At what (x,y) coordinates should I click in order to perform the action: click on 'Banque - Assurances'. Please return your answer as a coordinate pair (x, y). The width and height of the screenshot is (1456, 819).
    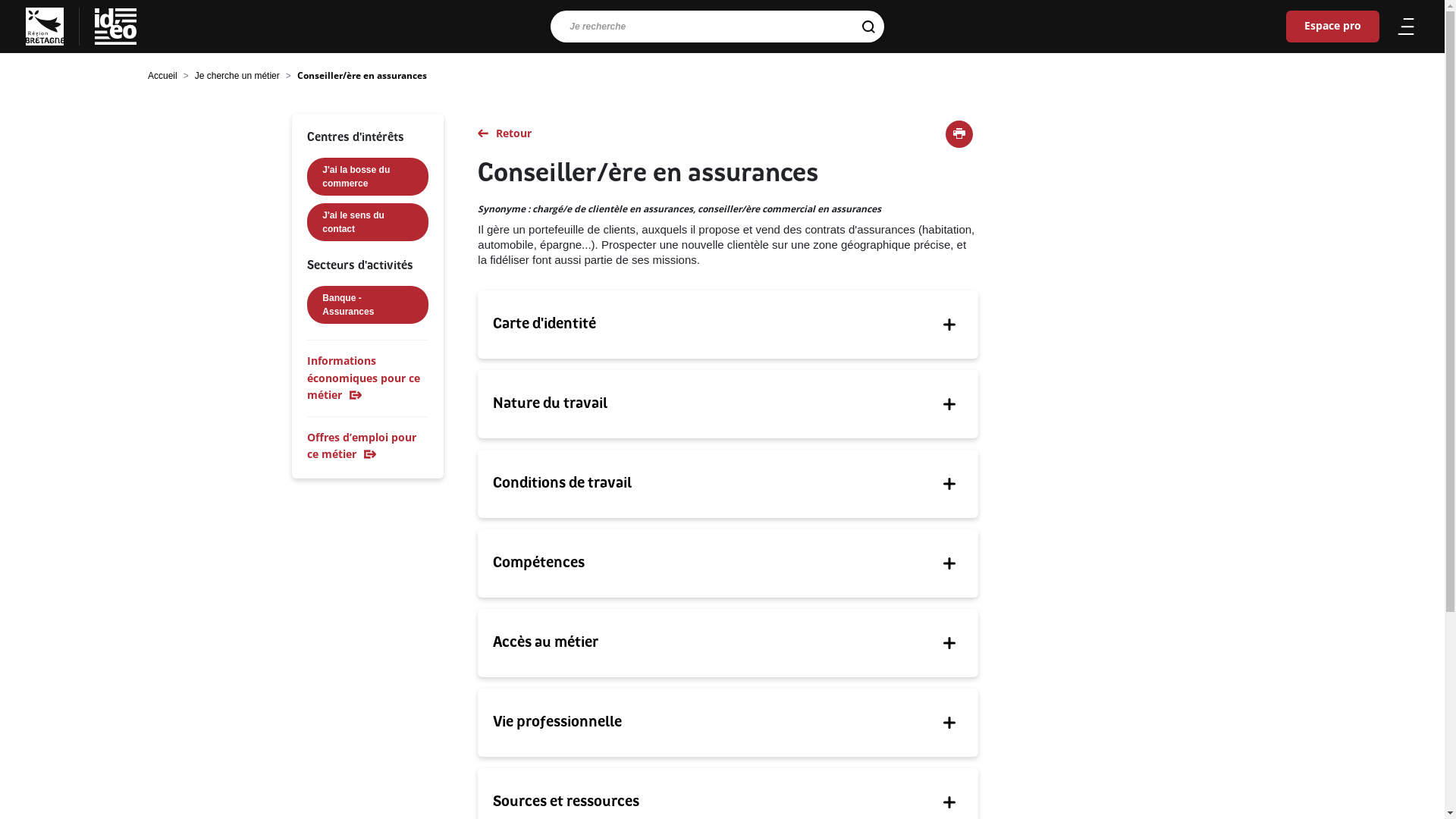
    Looking at the image, I should click on (306, 304).